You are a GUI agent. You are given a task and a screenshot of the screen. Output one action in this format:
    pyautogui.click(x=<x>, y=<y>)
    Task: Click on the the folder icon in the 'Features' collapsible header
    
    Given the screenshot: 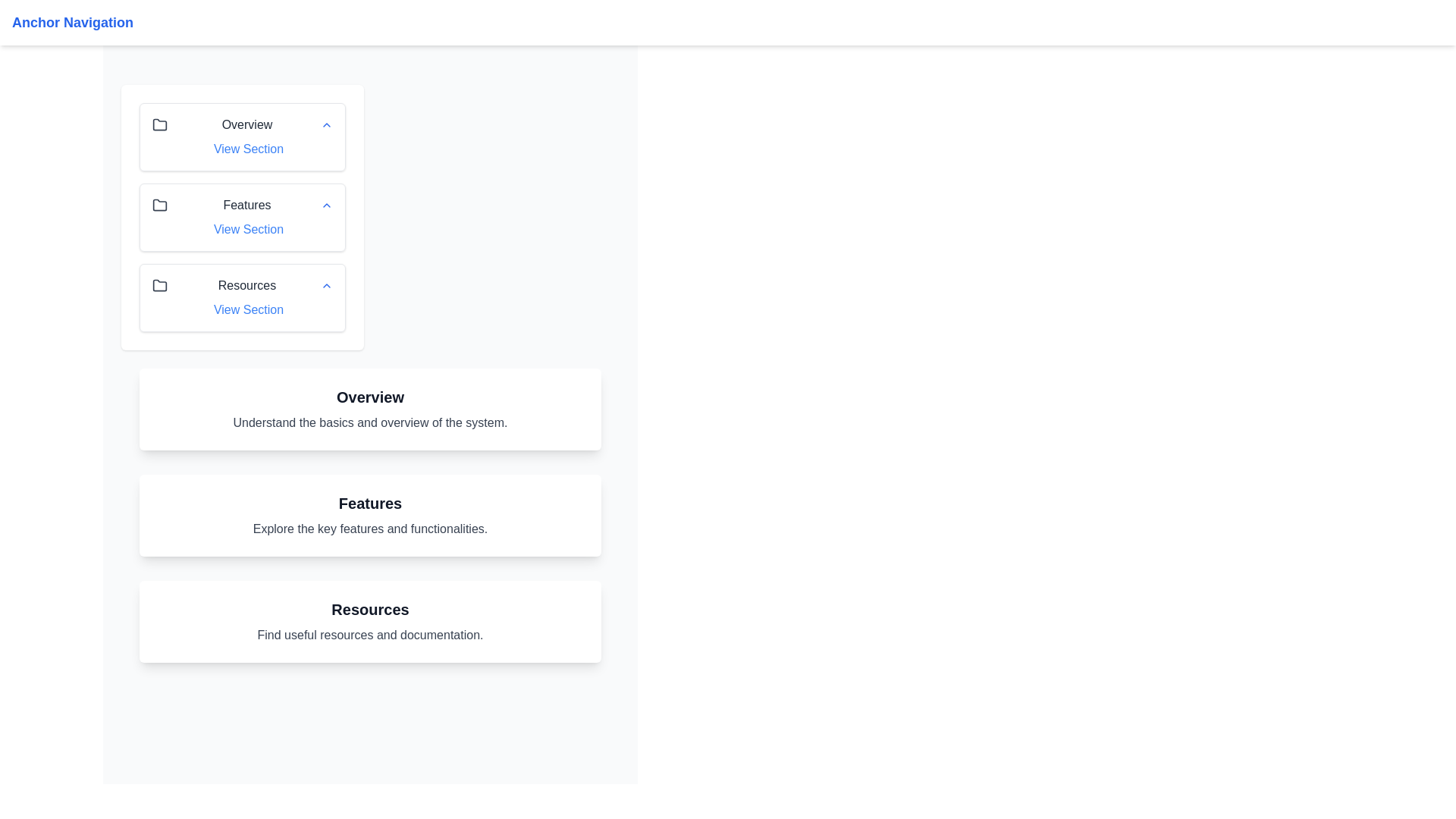 What is the action you would take?
    pyautogui.click(x=243, y=205)
    